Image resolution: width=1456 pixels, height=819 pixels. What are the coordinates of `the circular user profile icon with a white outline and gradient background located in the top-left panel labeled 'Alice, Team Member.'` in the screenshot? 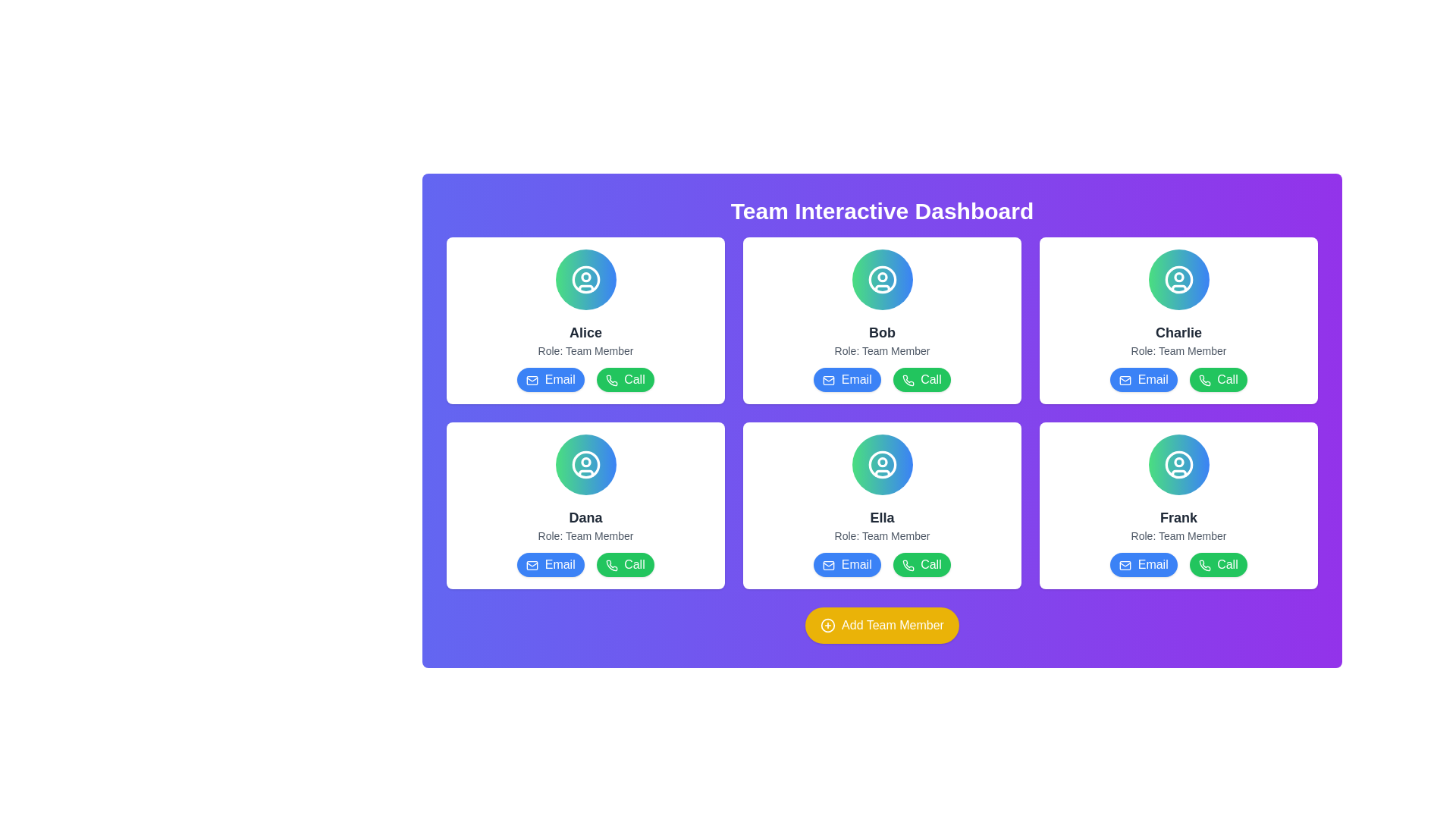 It's located at (585, 280).